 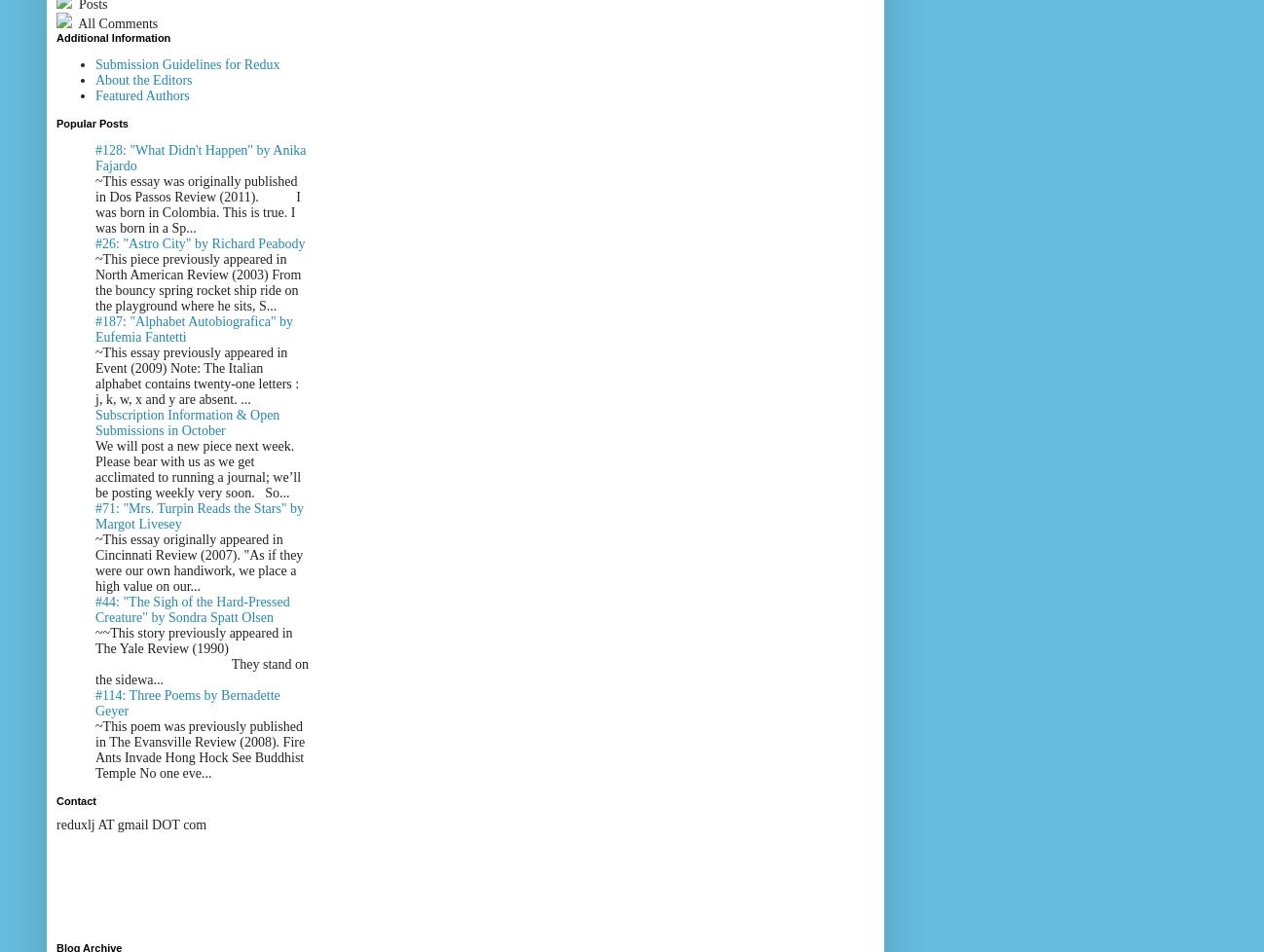 What do you see at coordinates (94, 80) in the screenshot?
I see `'About the Editors'` at bounding box center [94, 80].